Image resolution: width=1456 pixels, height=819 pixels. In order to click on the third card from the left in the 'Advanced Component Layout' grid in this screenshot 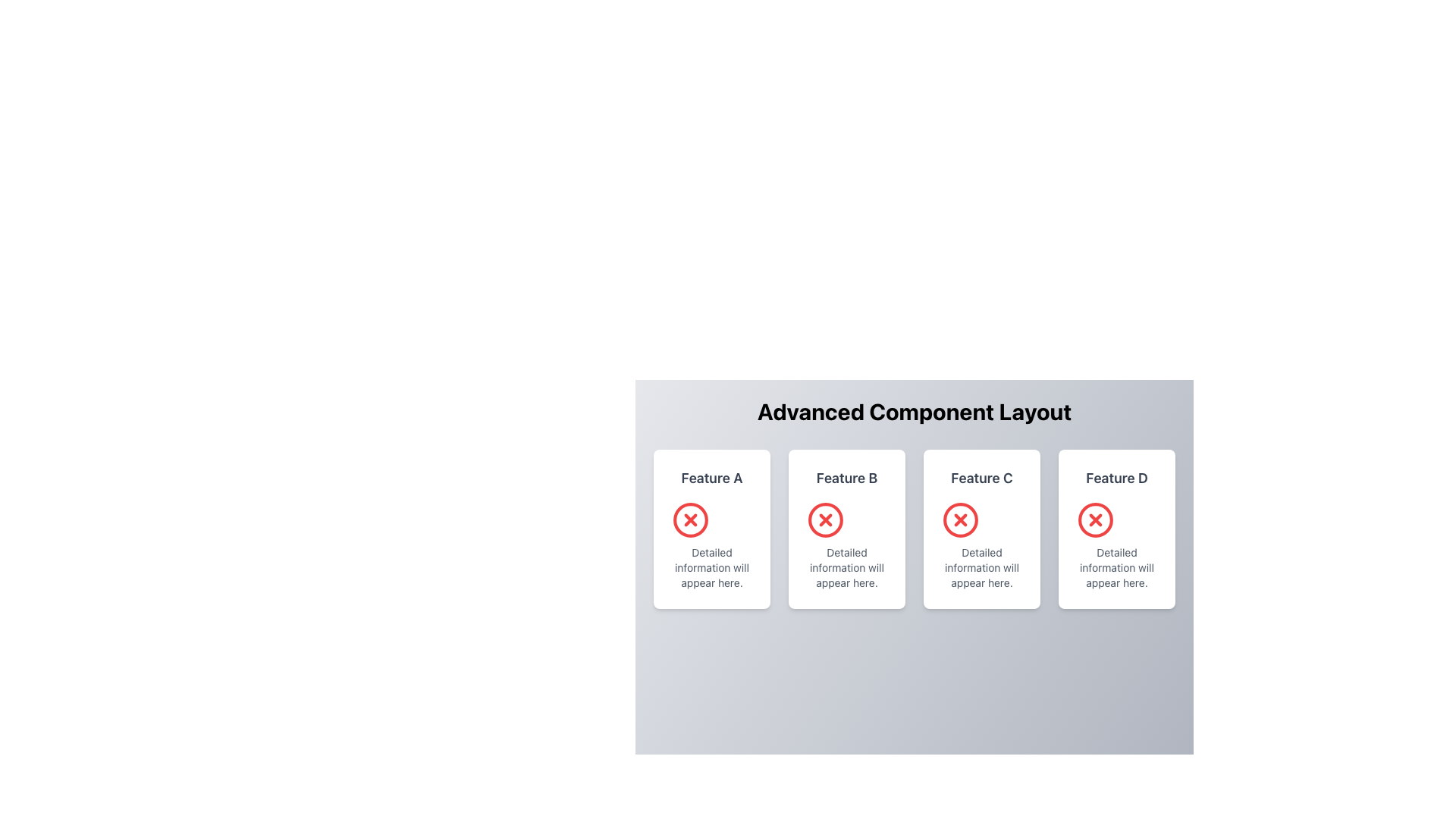, I will do `click(982, 529)`.